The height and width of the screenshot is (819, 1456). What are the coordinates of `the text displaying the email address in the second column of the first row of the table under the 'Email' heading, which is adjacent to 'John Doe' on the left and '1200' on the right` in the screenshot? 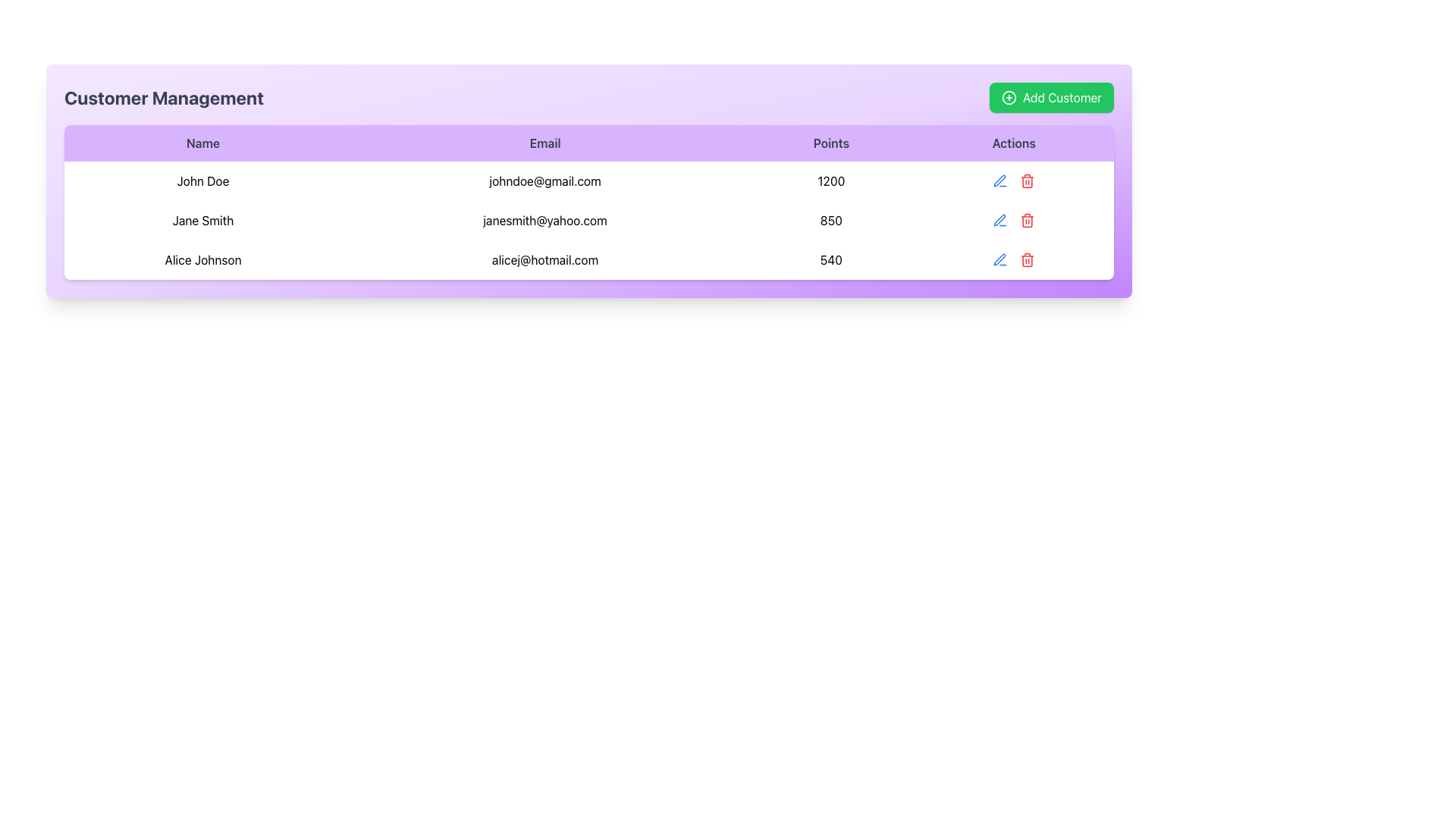 It's located at (545, 180).